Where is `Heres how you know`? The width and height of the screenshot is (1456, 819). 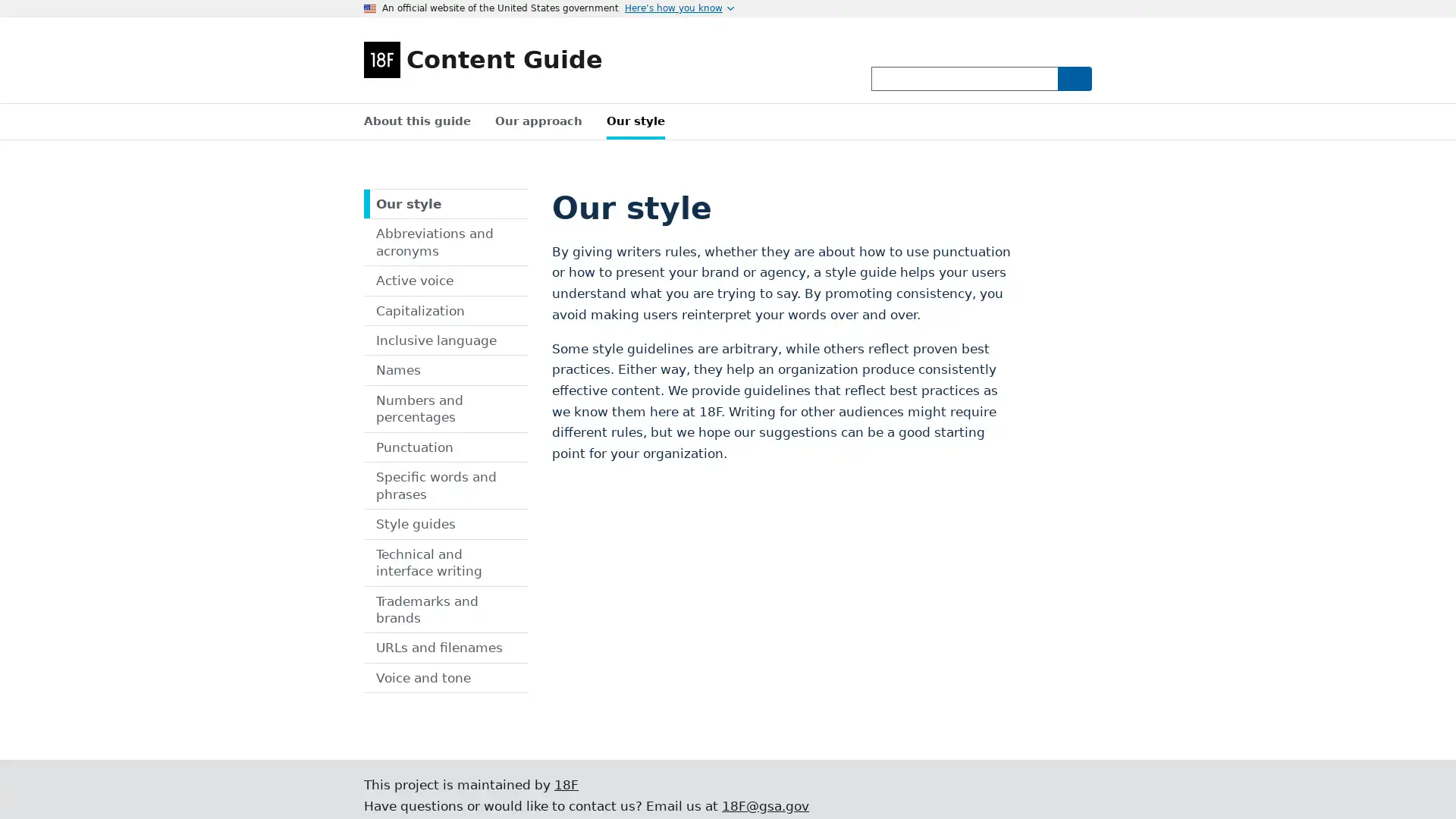
Heres how you know is located at coordinates (679, 8).